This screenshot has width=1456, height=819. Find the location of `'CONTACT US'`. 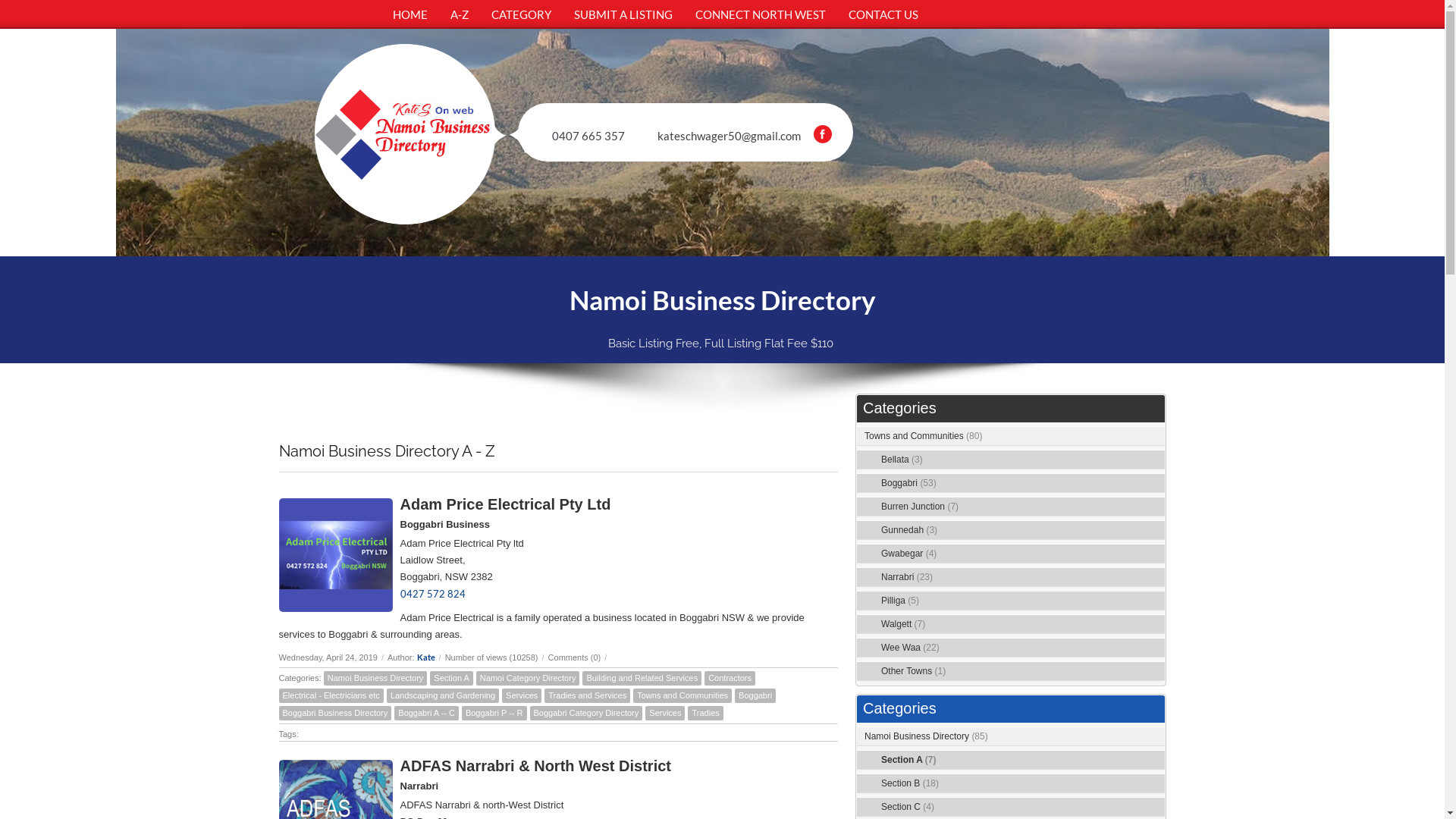

'CONTACT US' is located at coordinates (883, 14).